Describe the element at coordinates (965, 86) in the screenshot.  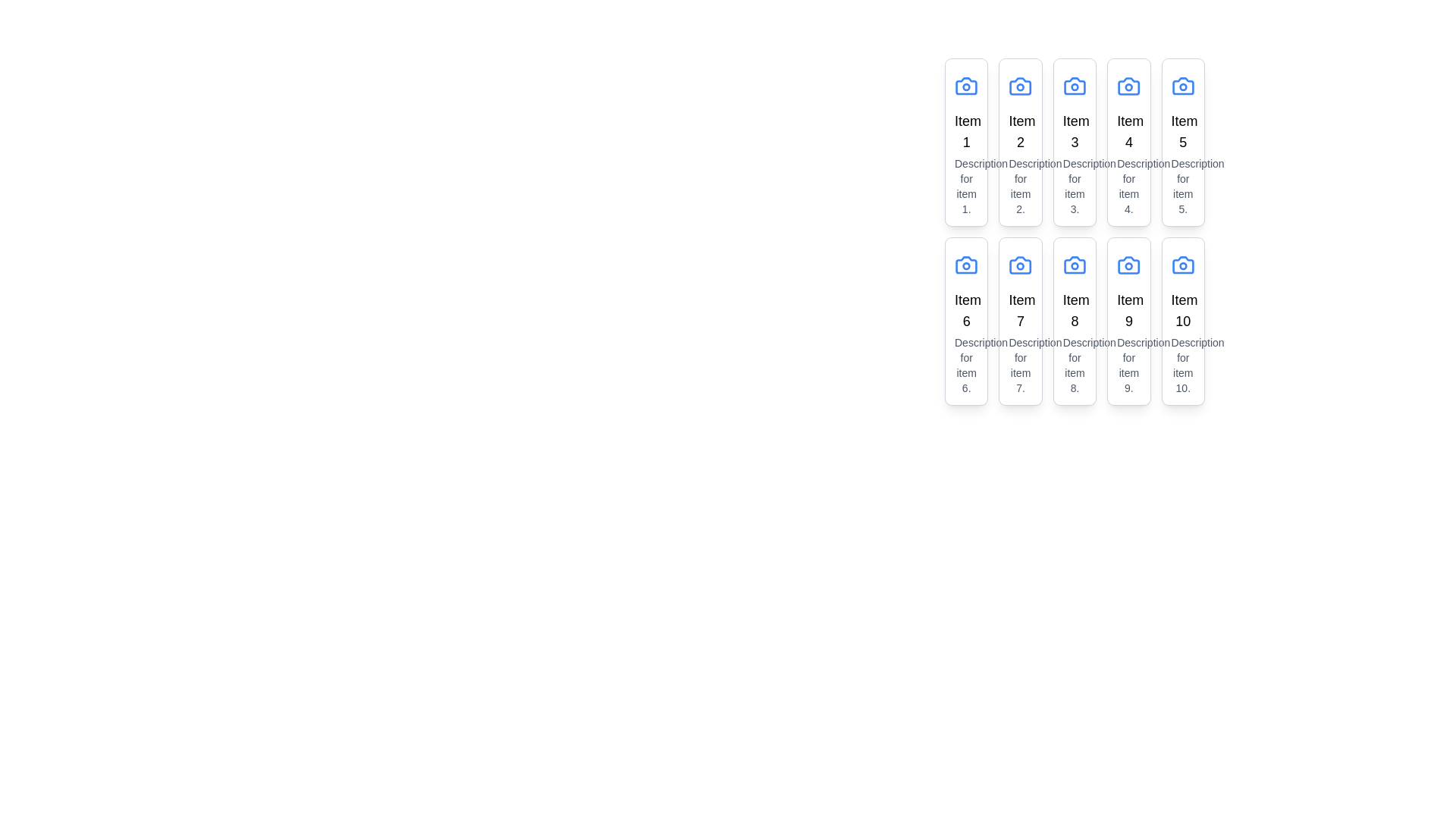
I see `the decorative icon at the top-center of the 'Item 1' card, which signifies a photographic context` at that location.